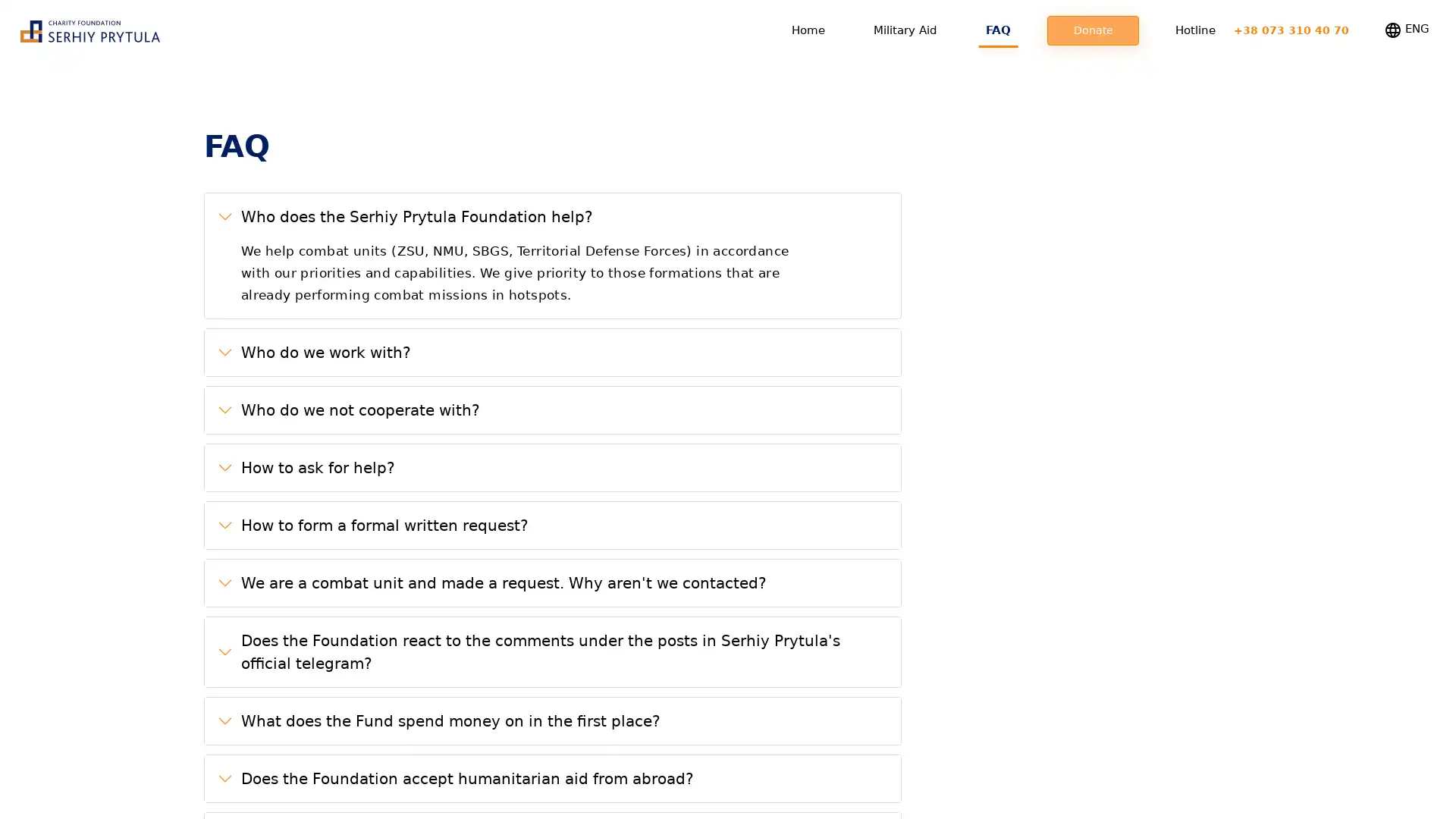  What do you see at coordinates (551, 409) in the screenshot?
I see `Who do we not cooperate with?` at bounding box center [551, 409].